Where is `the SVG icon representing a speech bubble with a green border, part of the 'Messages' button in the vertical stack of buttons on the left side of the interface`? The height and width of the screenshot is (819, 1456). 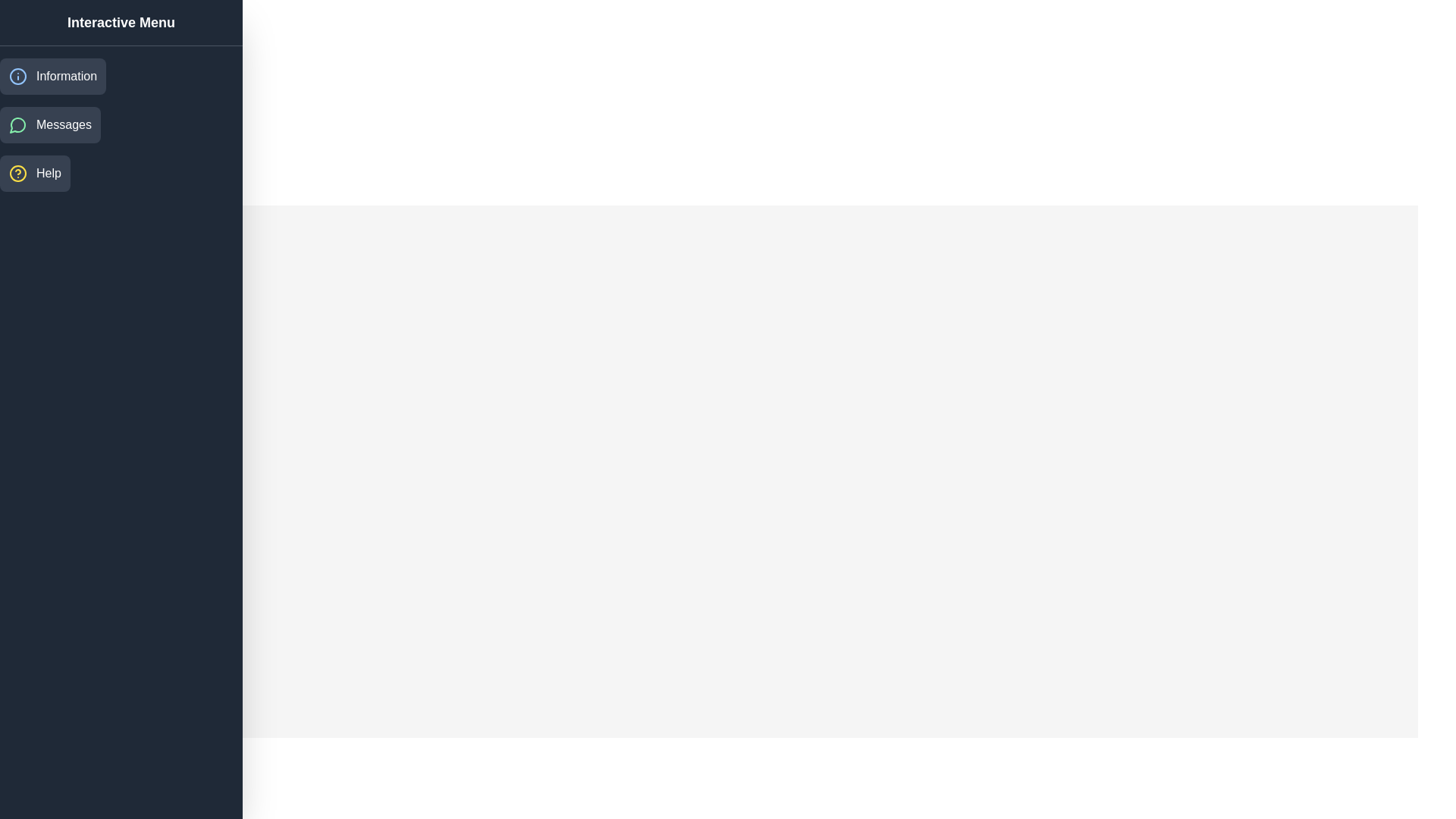 the SVG icon representing a speech bubble with a green border, part of the 'Messages' button in the vertical stack of buttons on the left side of the interface is located at coordinates (17, 124).